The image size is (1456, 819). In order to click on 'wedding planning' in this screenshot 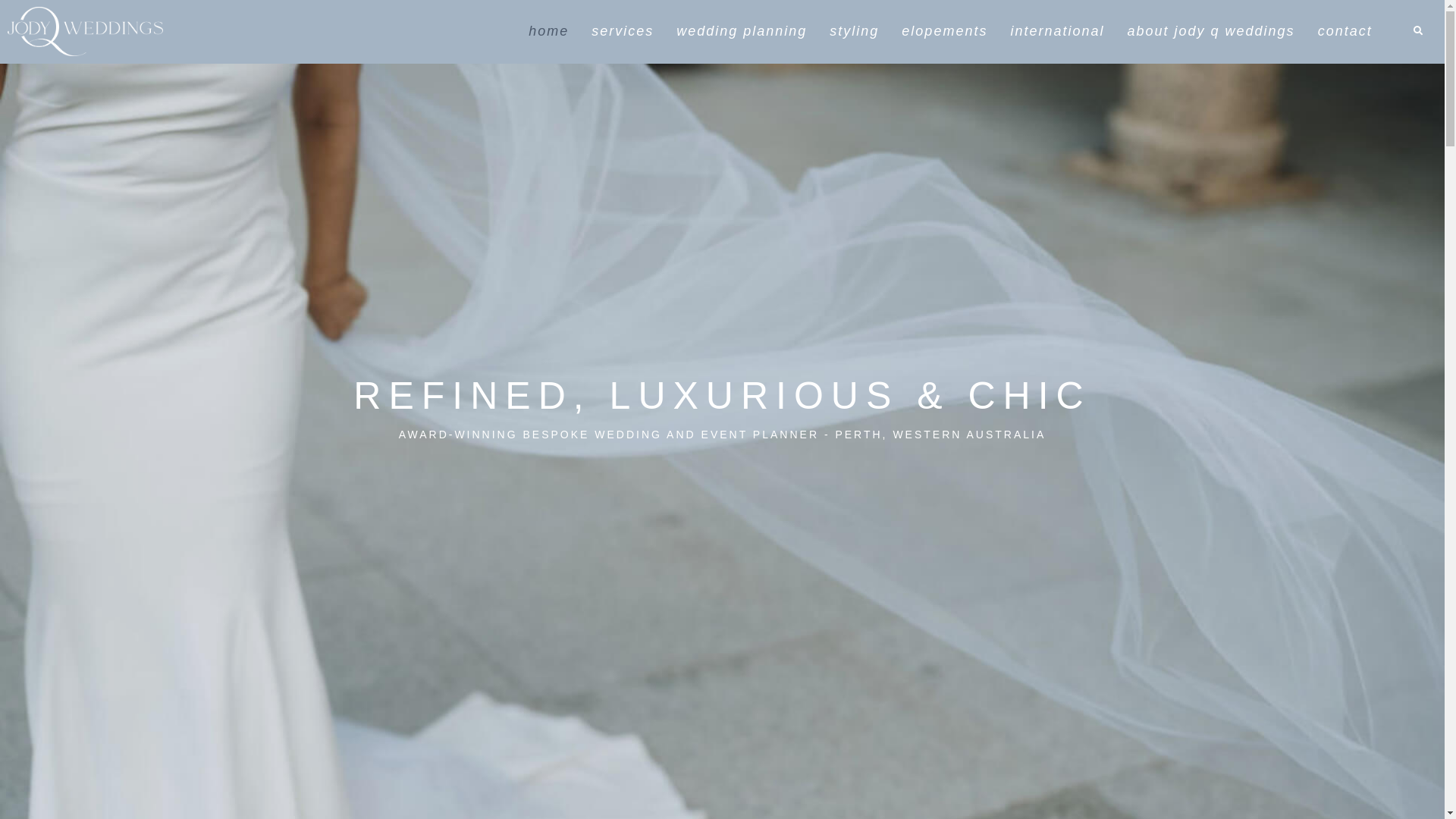, I will do `click(742, 31)`.